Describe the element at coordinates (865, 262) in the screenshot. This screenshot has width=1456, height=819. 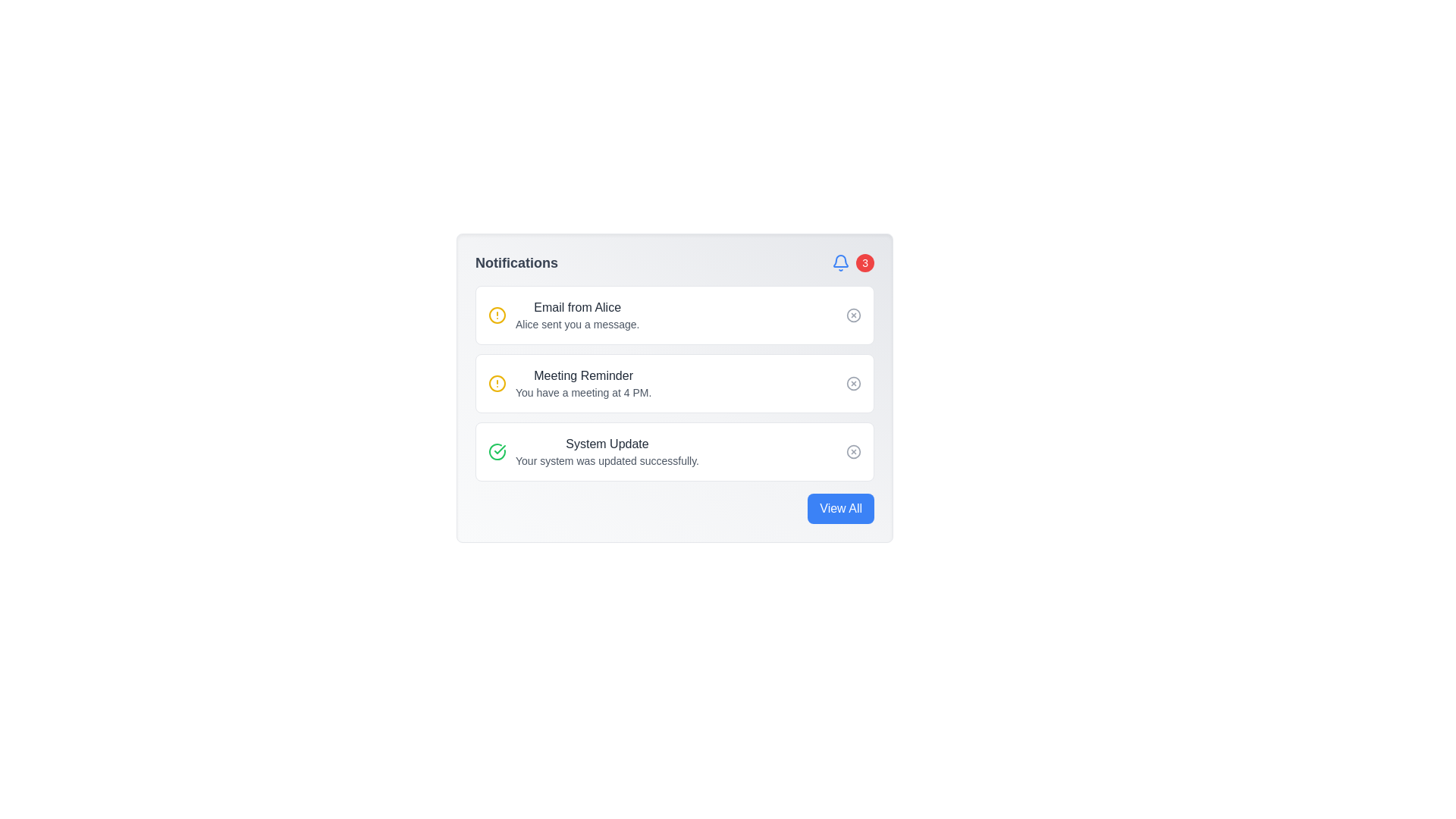
I see `the Notification Badge, which is a small circular badge with a red background and white text '3', located near the top right corner of the notification panel, to the right of a blue notification bell icon` at that location.